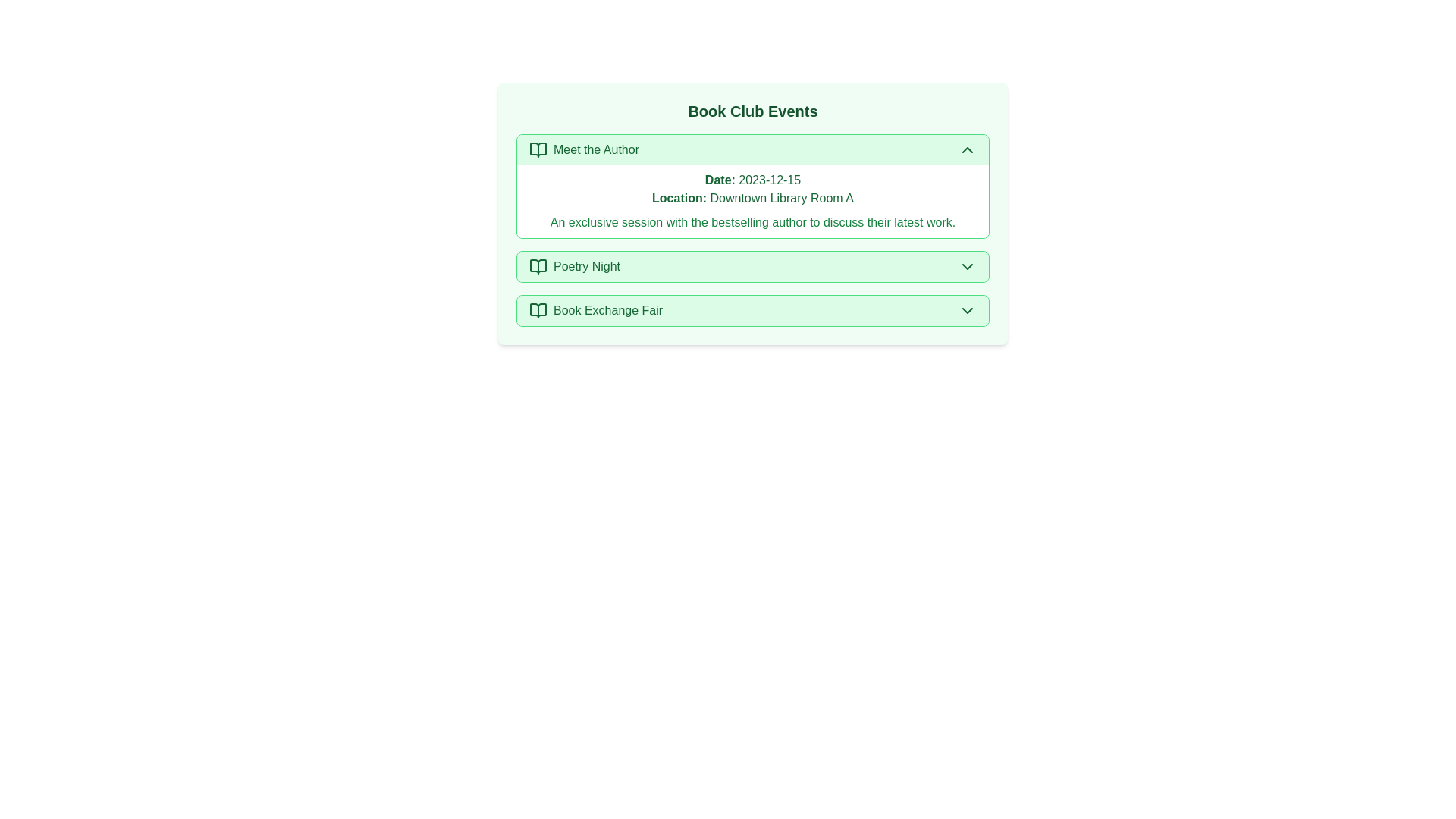  What do you see at coordinates (753, 201) in the screenshot?
I see `the Text Content Box located below the 'Meet the Author' header, which contains highlighted date and location details` at bounding box center [753, 201].